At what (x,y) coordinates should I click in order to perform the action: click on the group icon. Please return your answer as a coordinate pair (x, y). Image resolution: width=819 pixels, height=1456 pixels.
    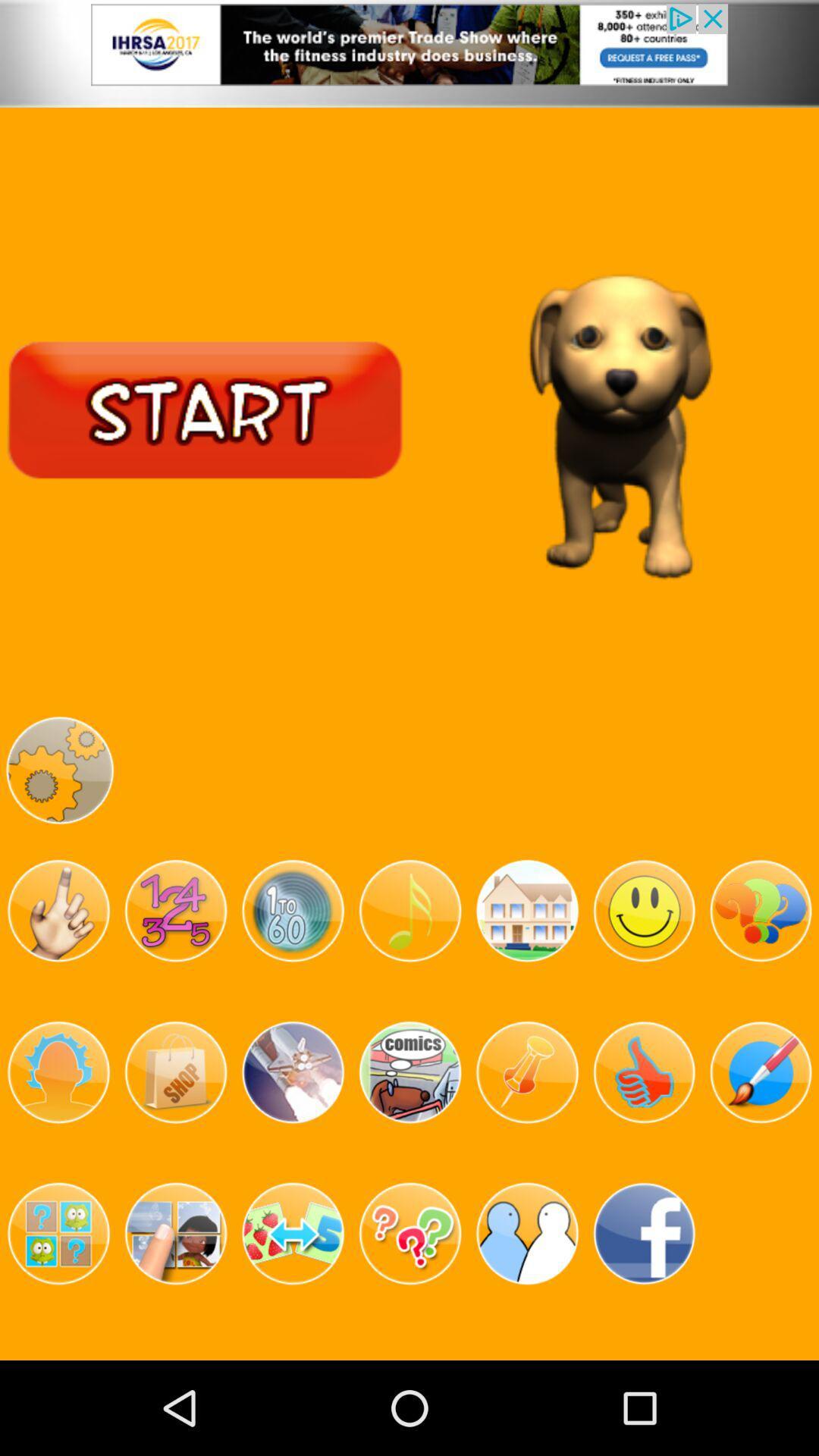
    Looking at the image, I should click on (526, 1319).